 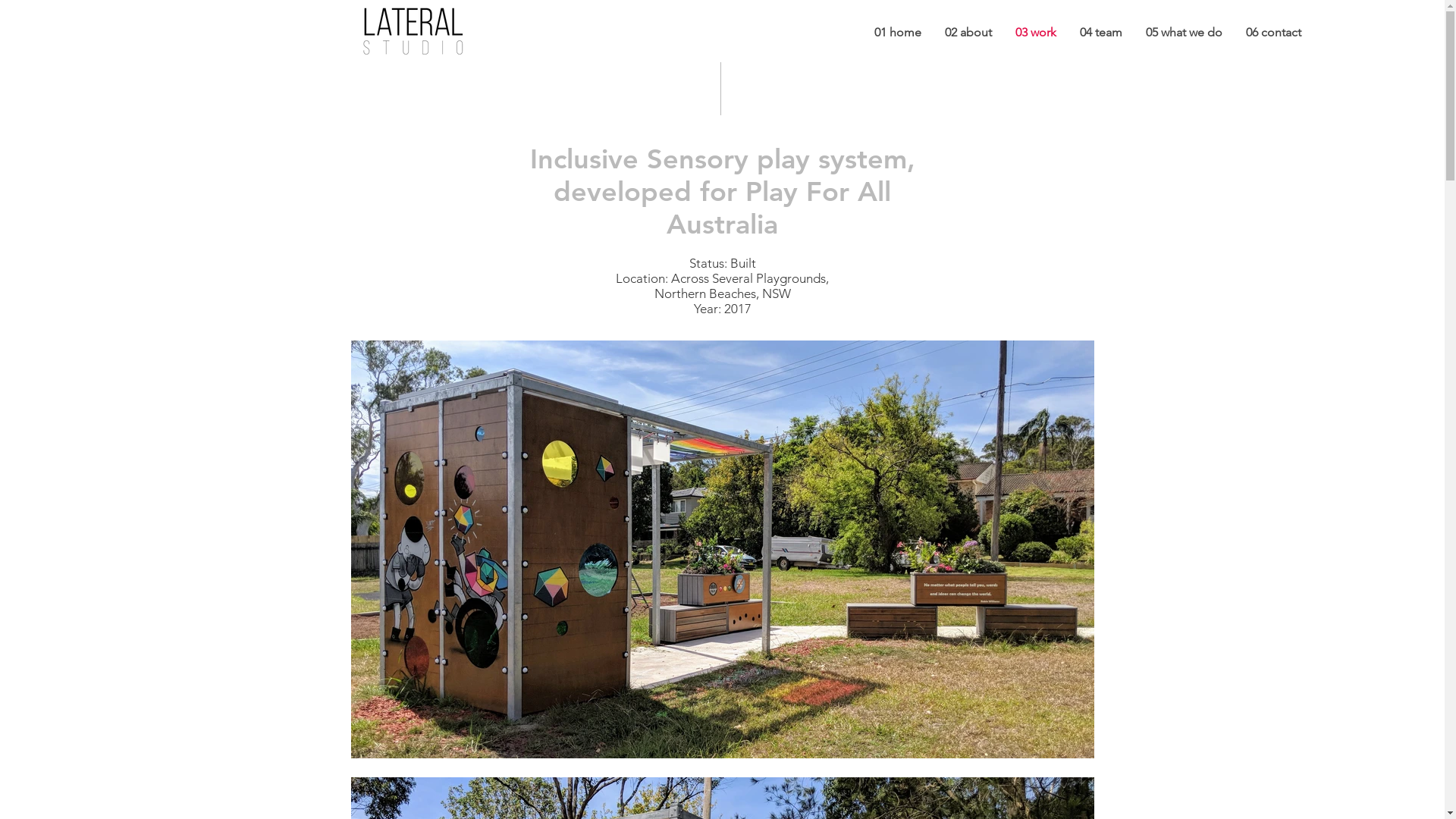 What do you see at coordinates (1182, 32) in the screenshot?
I see `'05 what we do'` at bounding box center [1182, 32].